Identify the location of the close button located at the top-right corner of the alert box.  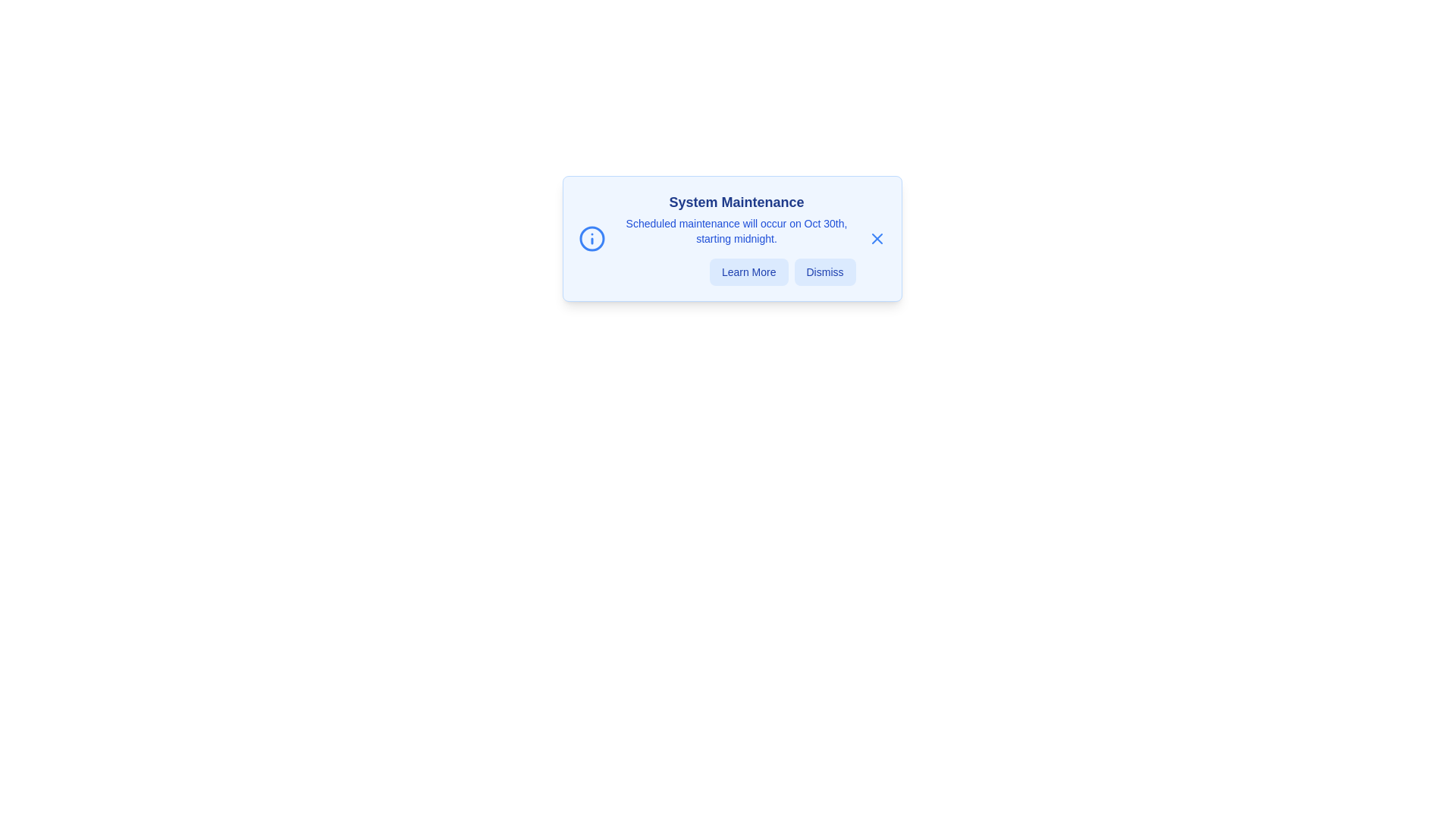
(877, 239).